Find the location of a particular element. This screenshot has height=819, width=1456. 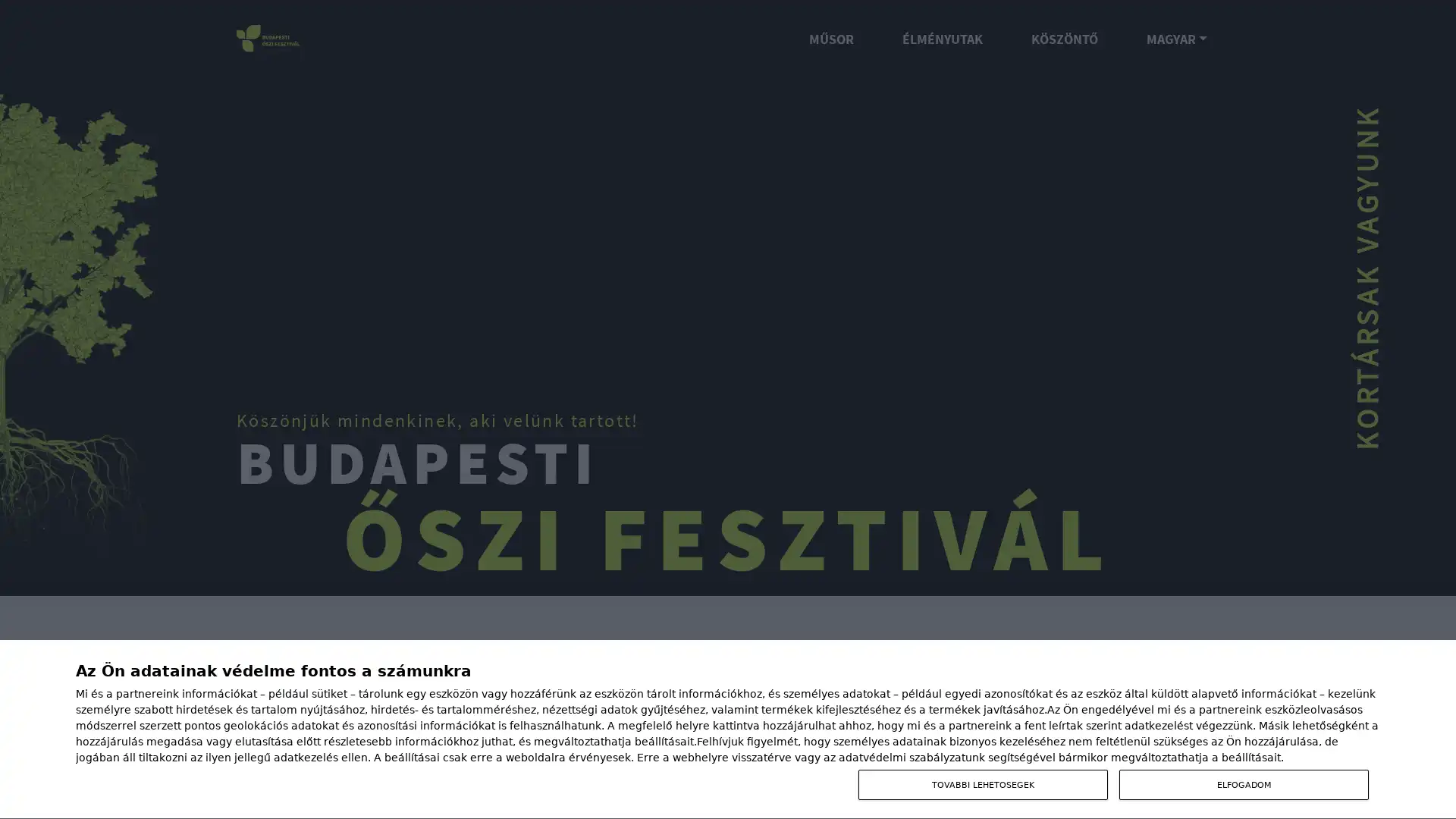

TOVABBI LEHETOSEGEK is located at coordinates (983, 784).